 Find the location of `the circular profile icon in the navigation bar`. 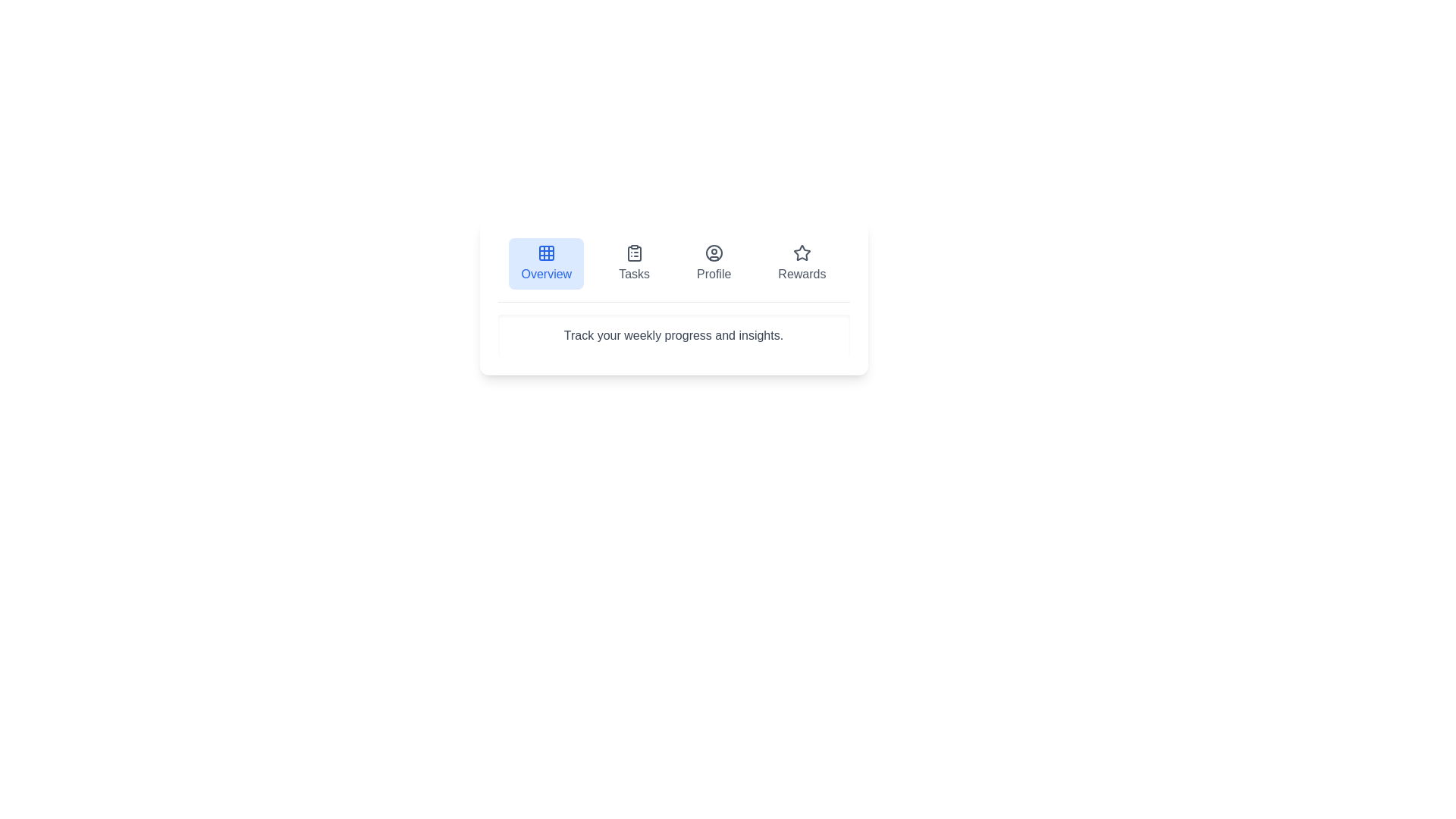

the circular profile icon in the navigation bar is located at coordinates (713, 253).